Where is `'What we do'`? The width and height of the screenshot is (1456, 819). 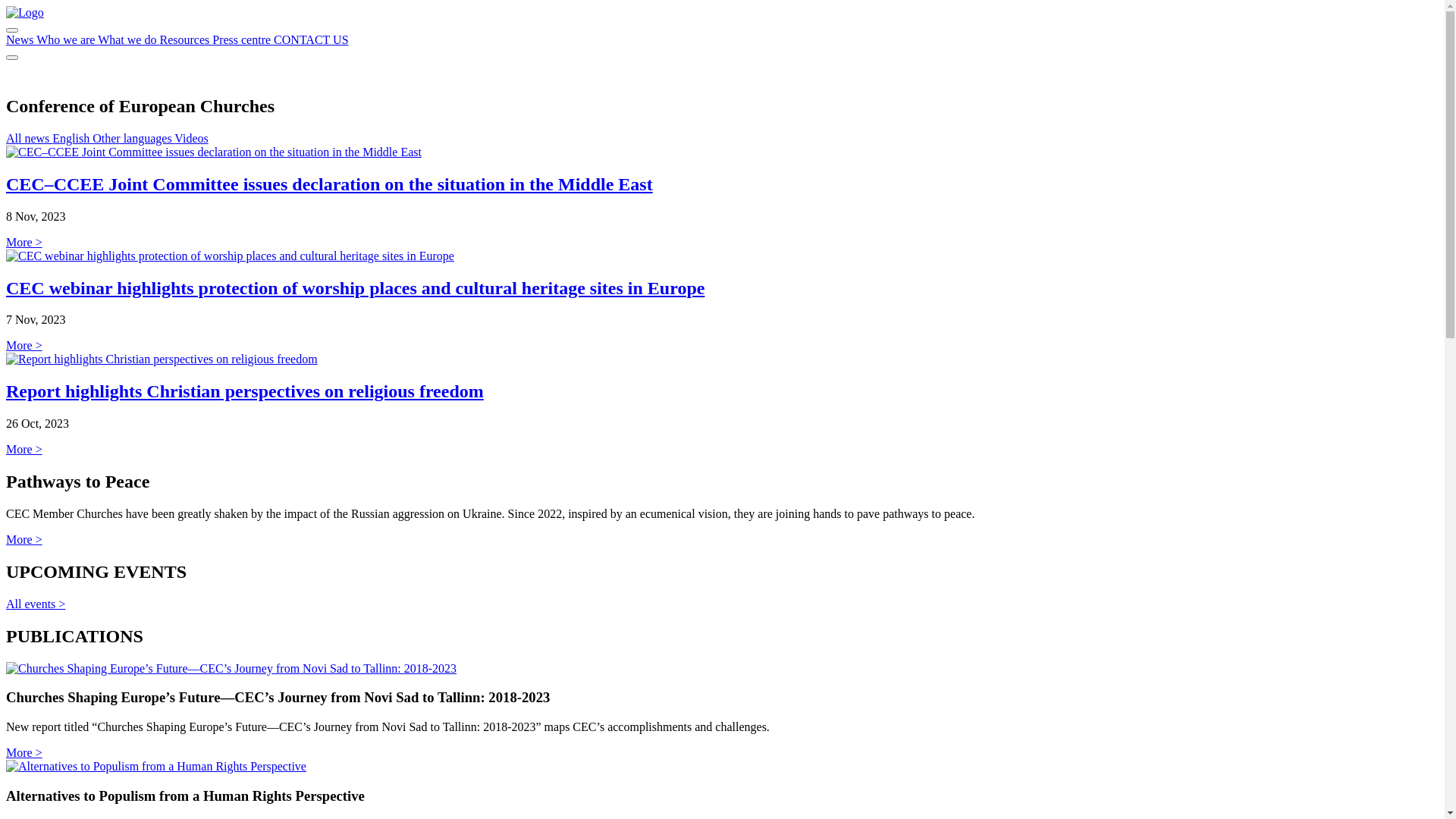
'What we do' is located at coordinates (128, 39).